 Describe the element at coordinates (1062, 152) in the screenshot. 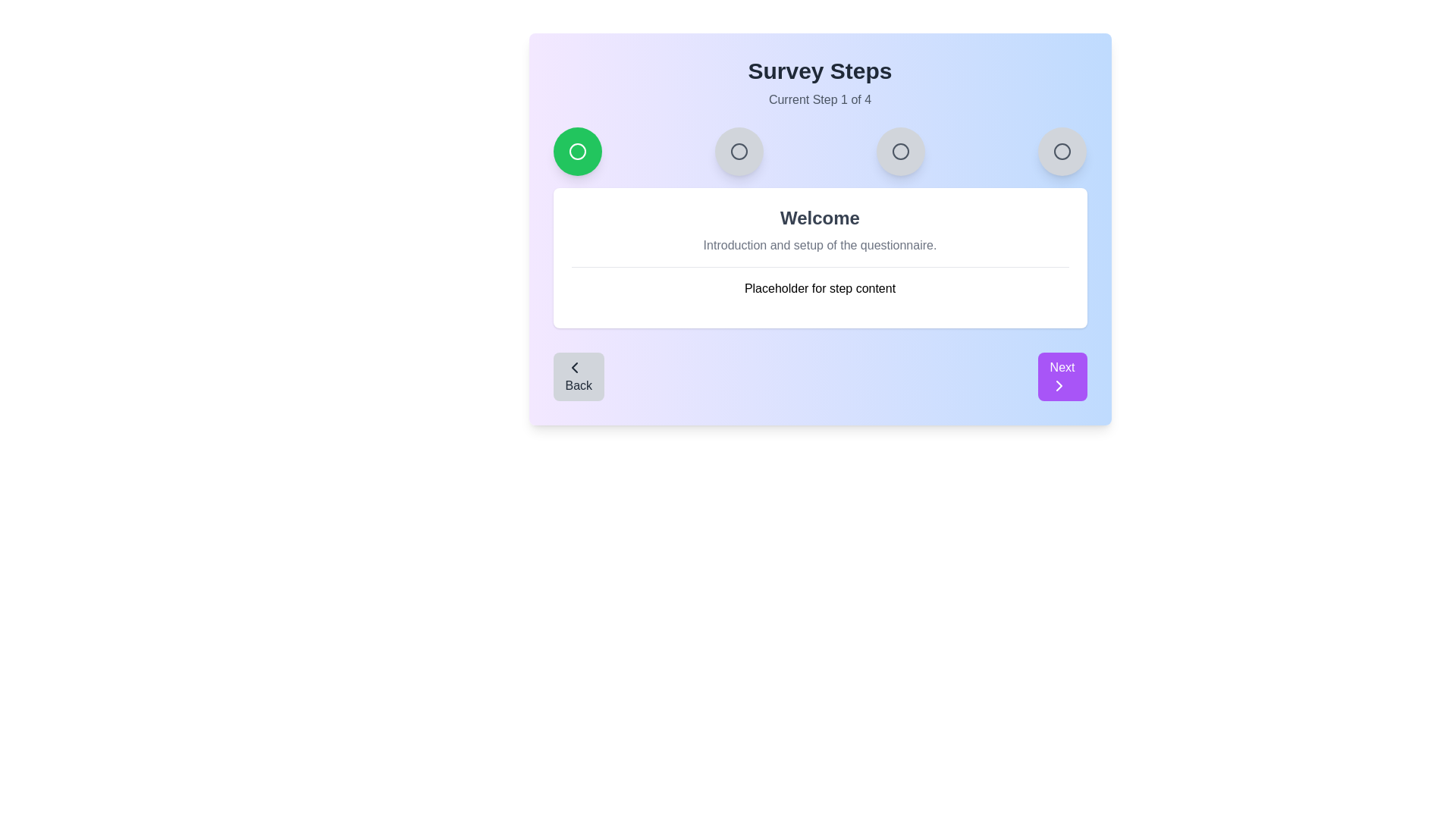

I see `the rightmost circular icon within the button` at that location.